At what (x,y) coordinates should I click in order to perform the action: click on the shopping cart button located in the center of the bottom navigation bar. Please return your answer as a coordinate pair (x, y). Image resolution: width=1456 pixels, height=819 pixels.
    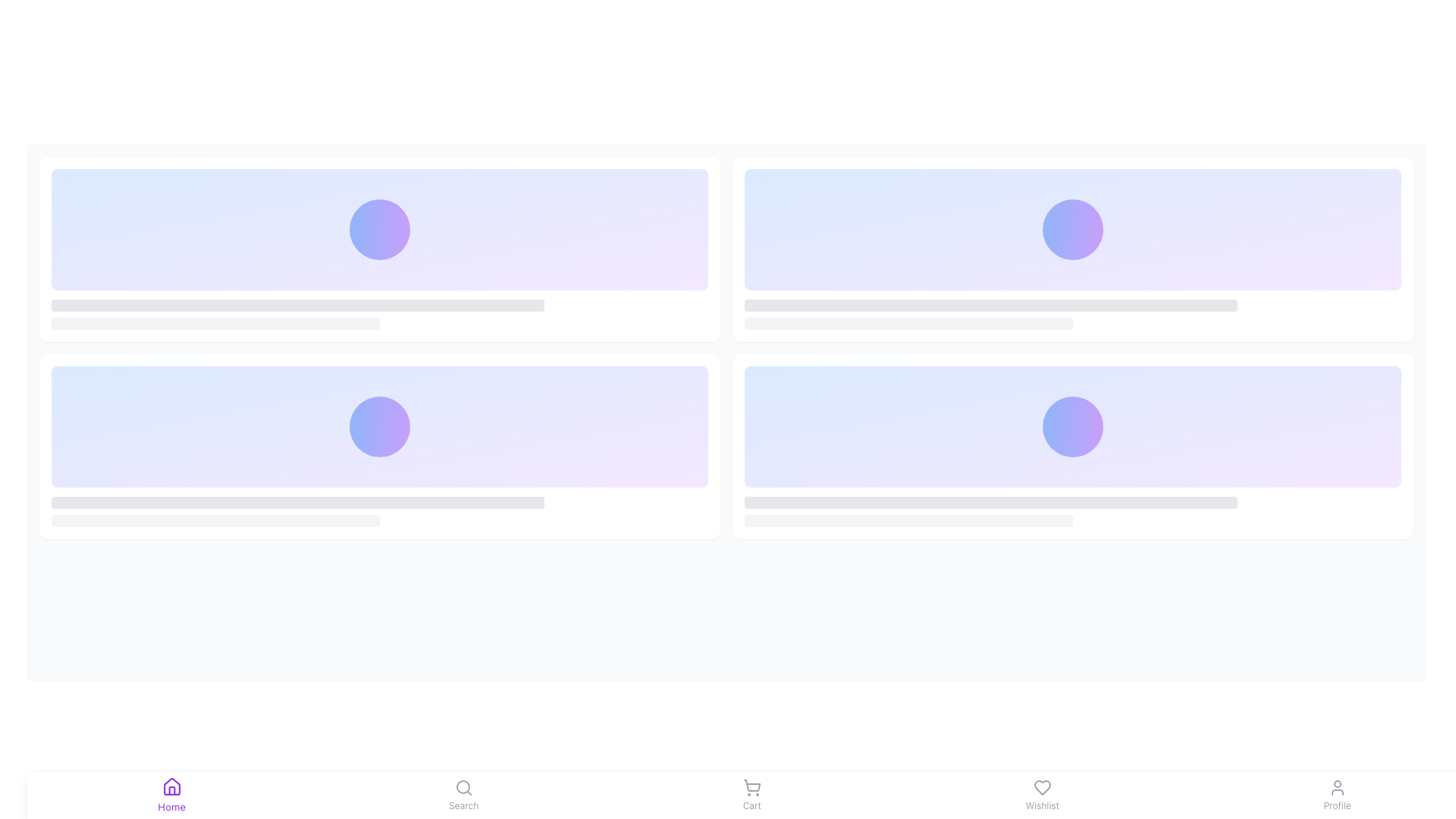
    Looking at the image, I should click on (752, 794).